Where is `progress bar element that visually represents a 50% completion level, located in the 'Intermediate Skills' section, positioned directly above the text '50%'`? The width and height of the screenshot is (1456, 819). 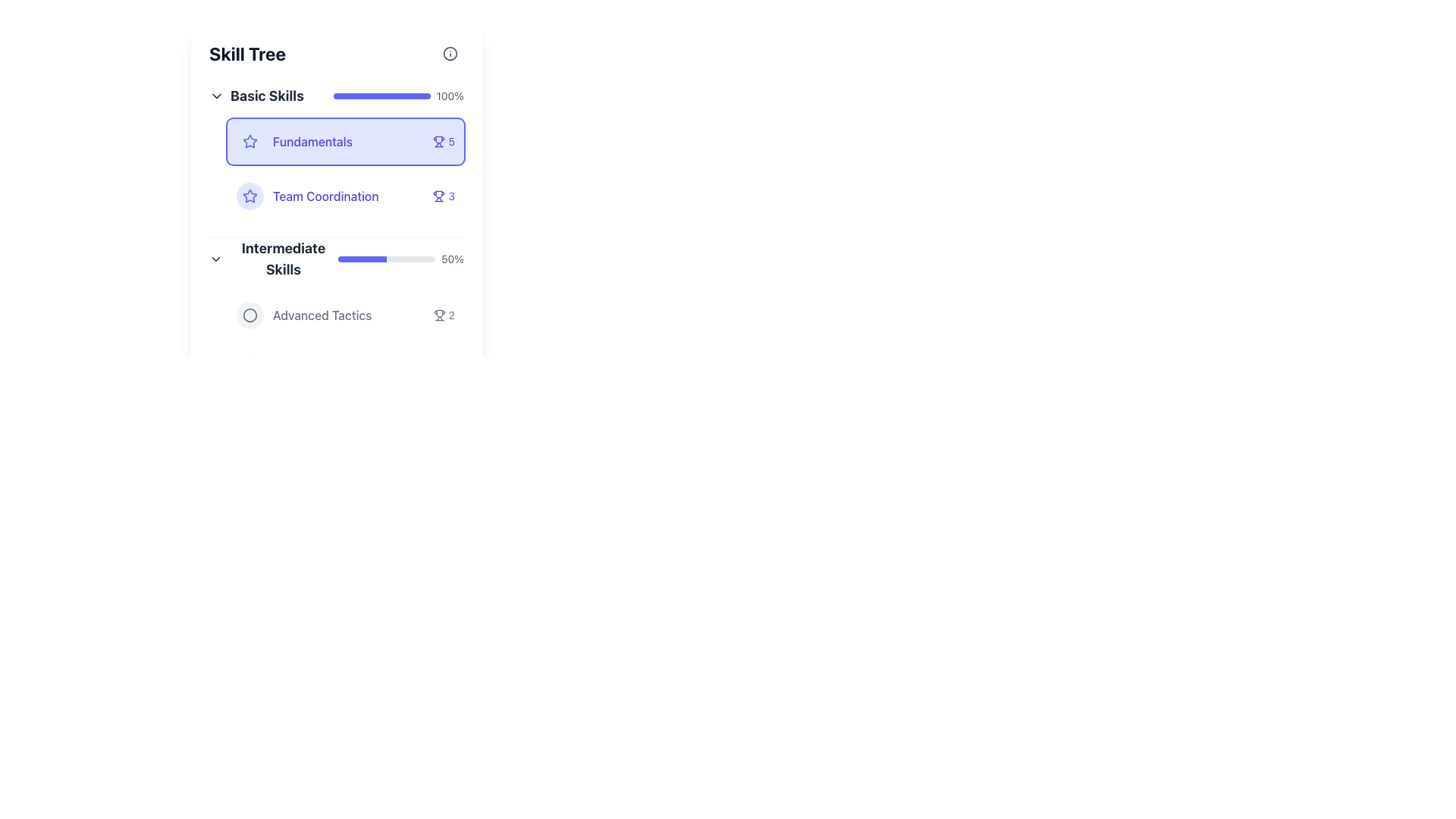
progress bar element that visually represents a 50% completion level, located in the 'Intermediate Skills' section, positioned directly above the text '50%' is located at coordinates (386, 259).